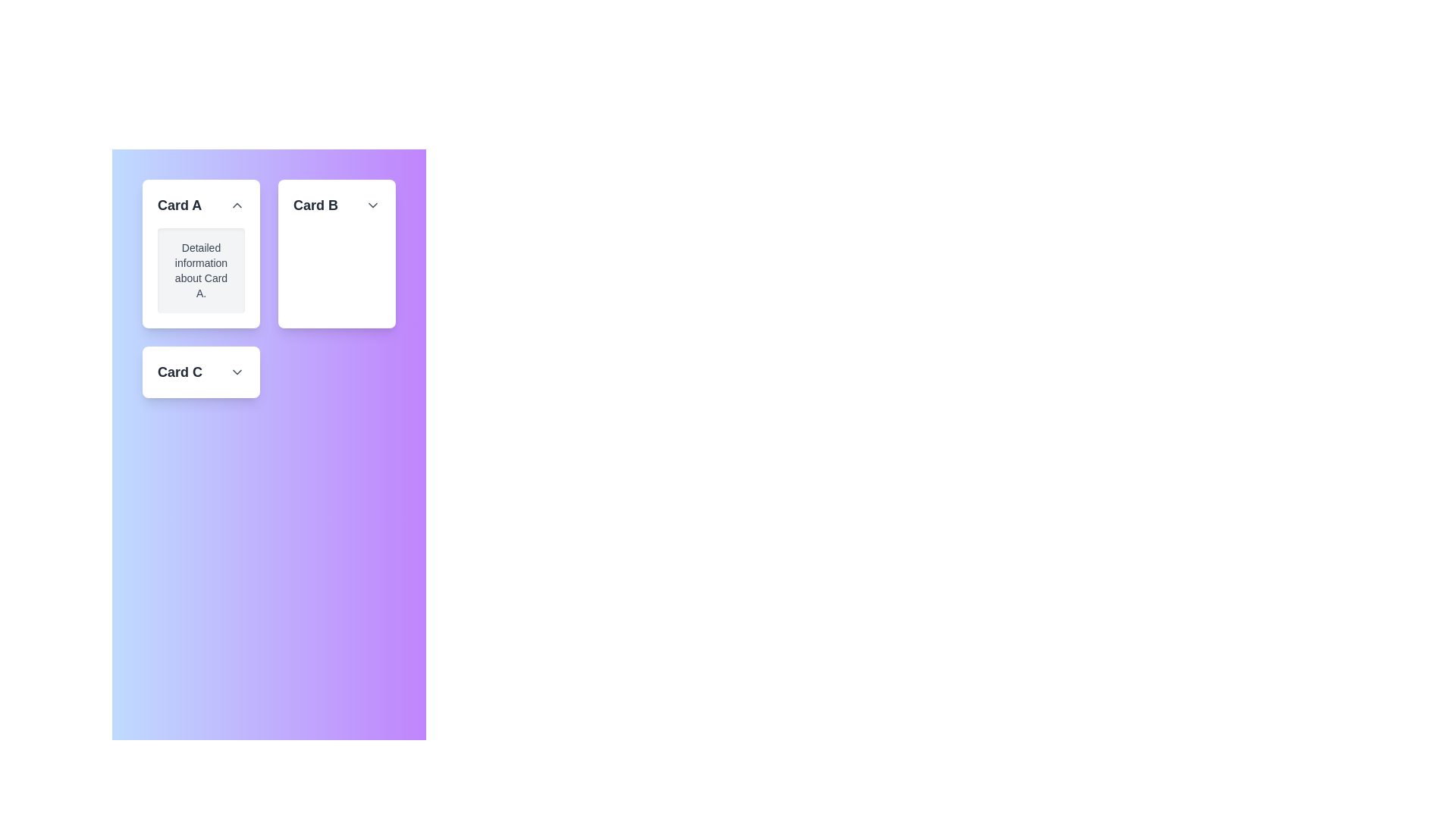 This screenshot has width=1456, height=819. I want to click on the static text label displaying 'Card B', which is styled in a bold font and serves as the header for the second card in a vertical card layout, so click(315, 205).